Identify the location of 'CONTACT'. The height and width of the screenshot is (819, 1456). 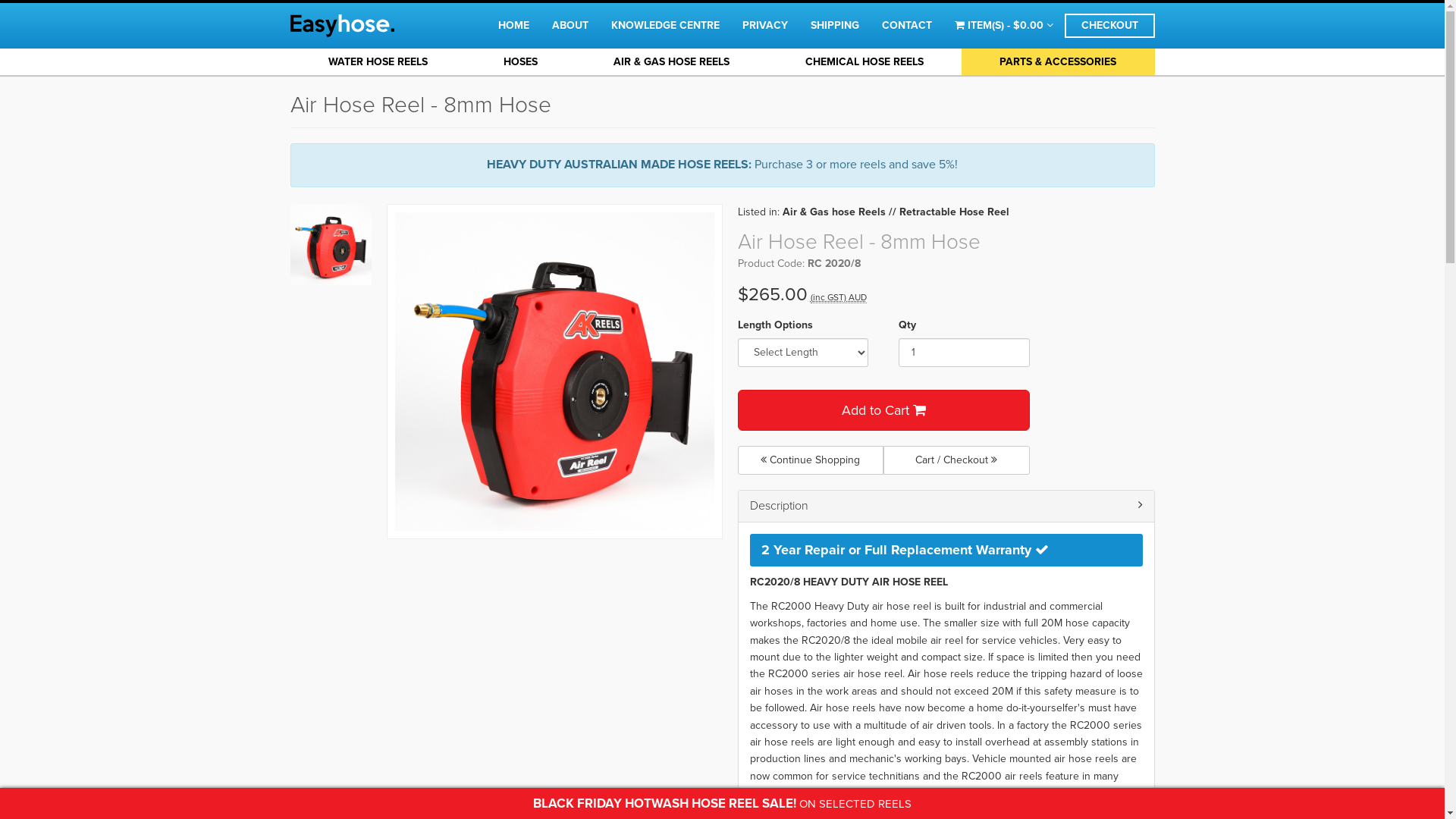
(906, 26).